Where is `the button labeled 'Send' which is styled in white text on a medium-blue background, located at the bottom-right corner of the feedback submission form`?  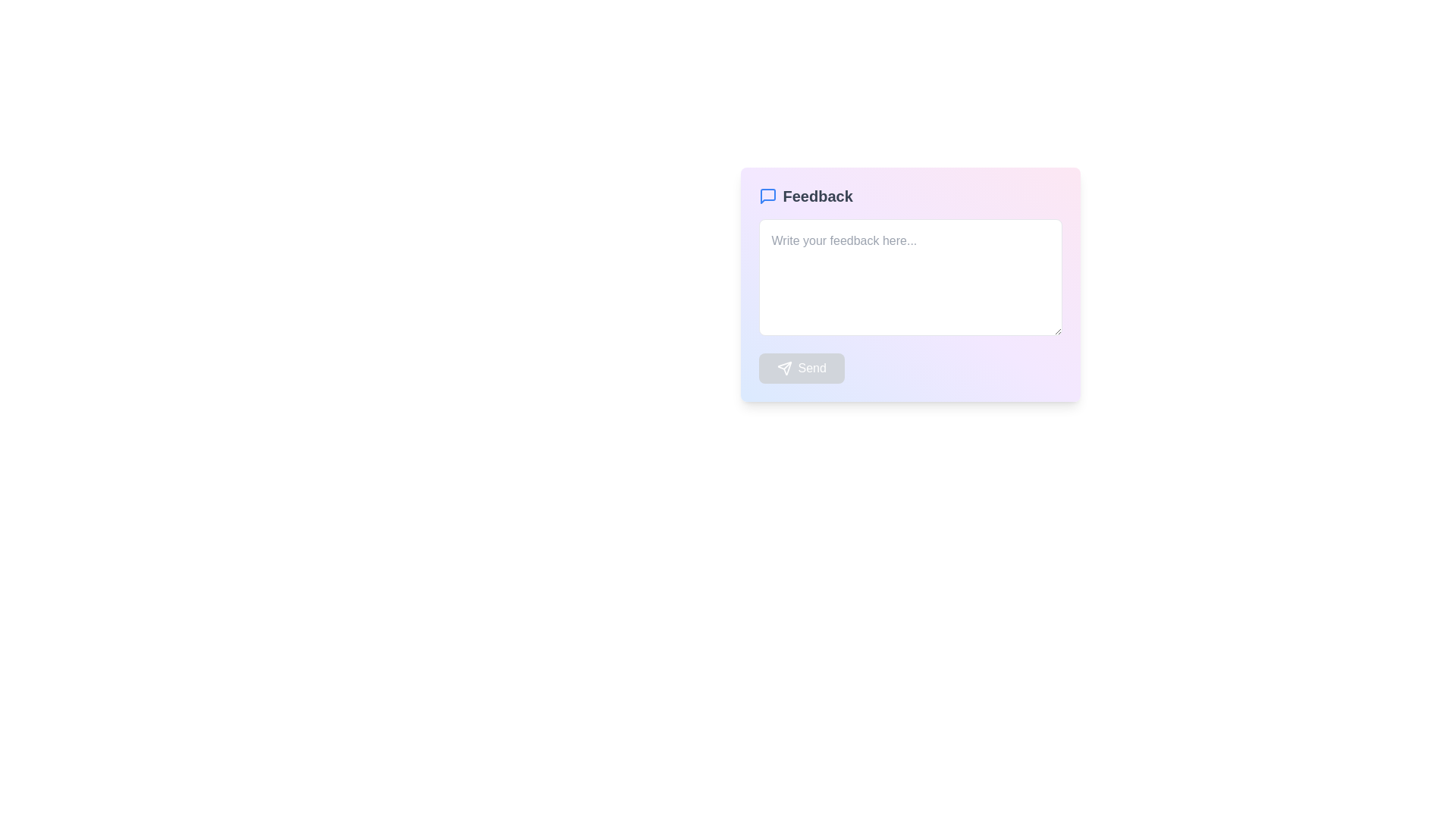 the button labeled 'Send' which is styled in white text on a medium-blue background, located at the bottom-right corner of the feedback submission form is located at coordinates (811, 369).